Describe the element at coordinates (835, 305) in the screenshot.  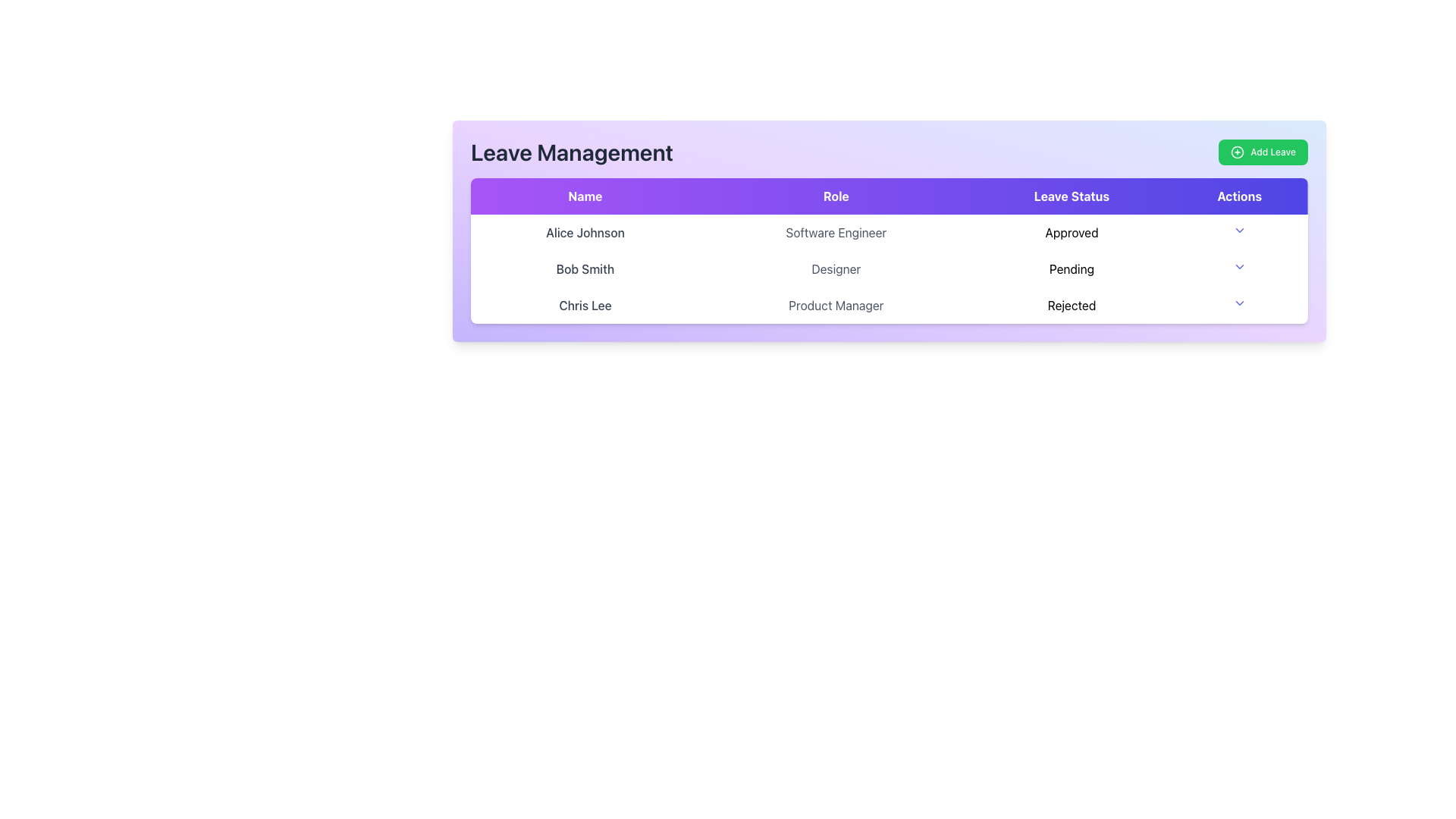
I see `the Text Label displaying 'Product Manager' located in the third row under the 'Role' column of the table associated with 'Chris Lee'` at that location.